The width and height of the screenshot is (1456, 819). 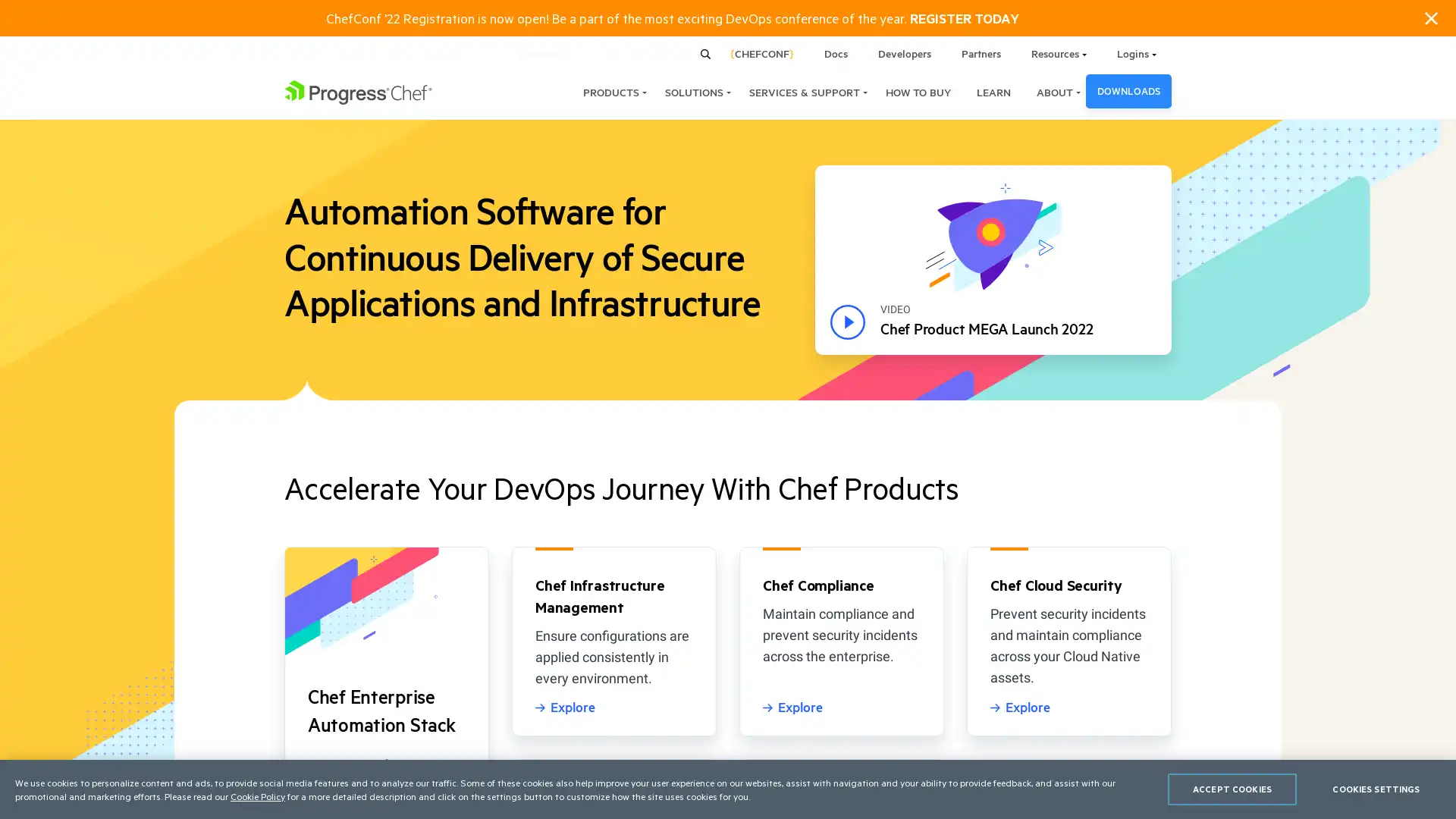 What do you see at coordinates (1232, 789) in the screenshot?
I see `ACCEPT COOKIES` at bounding box center [1232, 789].